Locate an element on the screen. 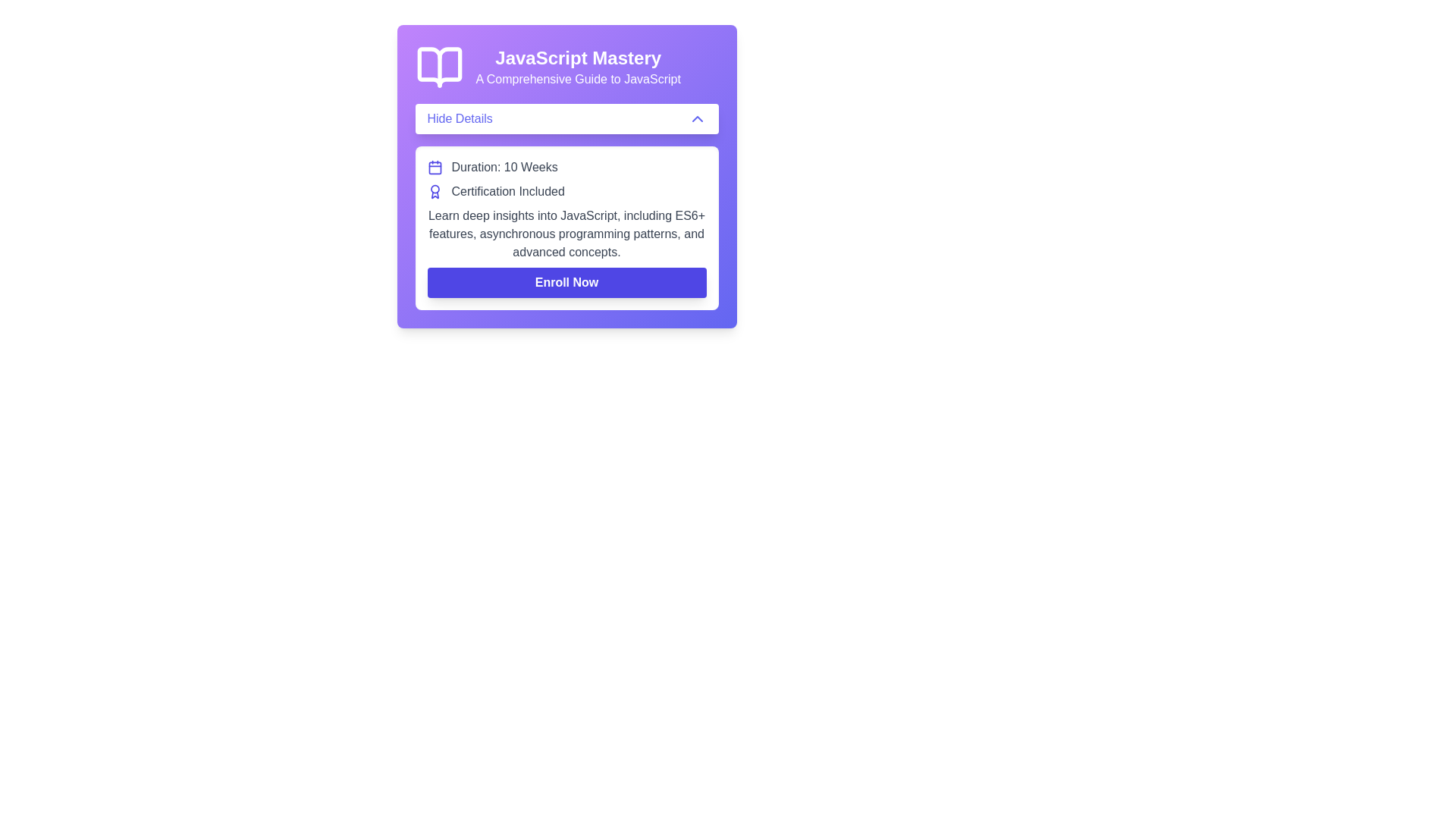  the text label displaying 'JavaScript Mastery' is located at coordinates (577, 58).